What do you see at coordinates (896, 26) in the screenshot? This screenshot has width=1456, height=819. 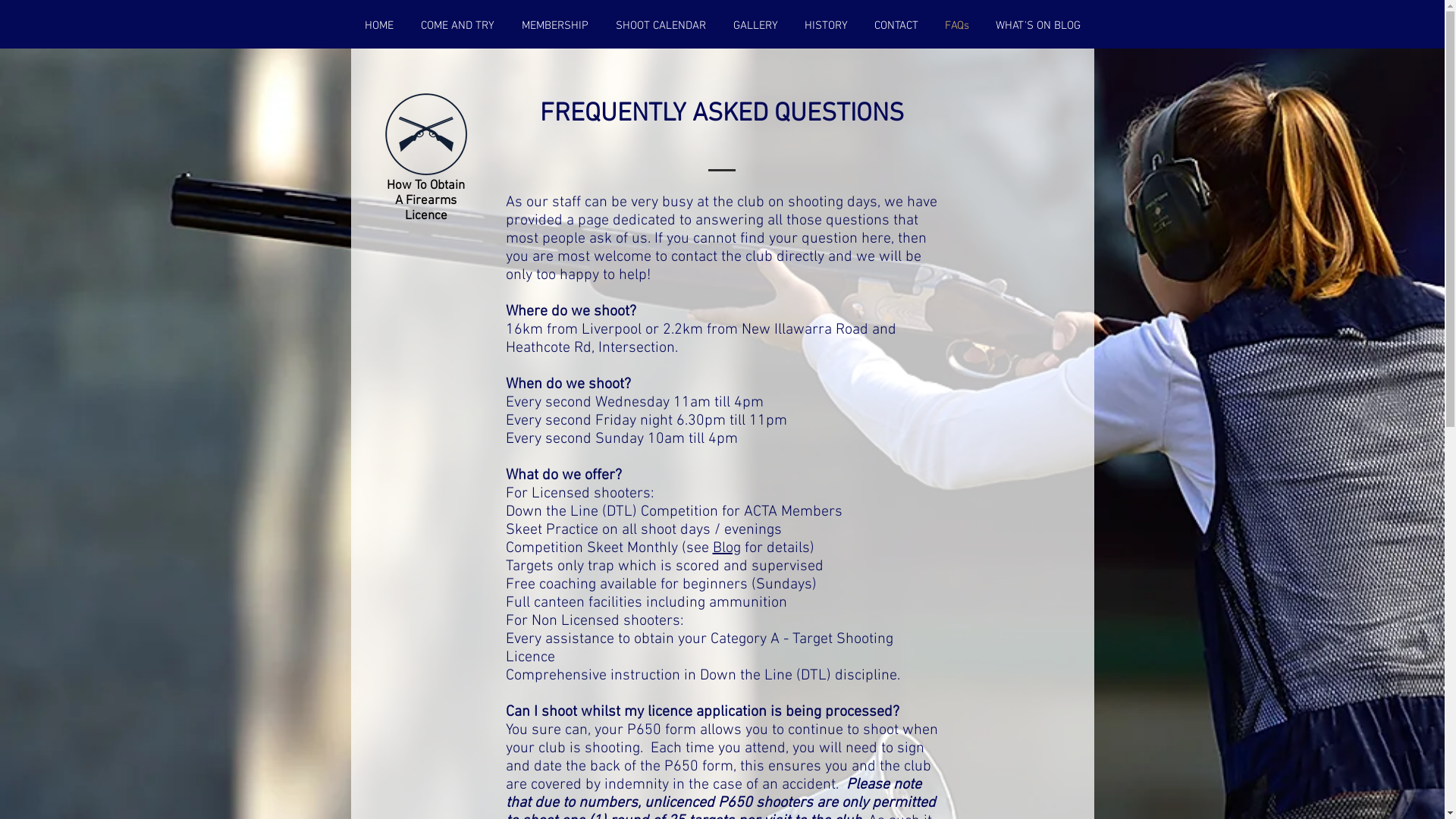 I see `'CONTACT'` at bounding box center [896, 26].